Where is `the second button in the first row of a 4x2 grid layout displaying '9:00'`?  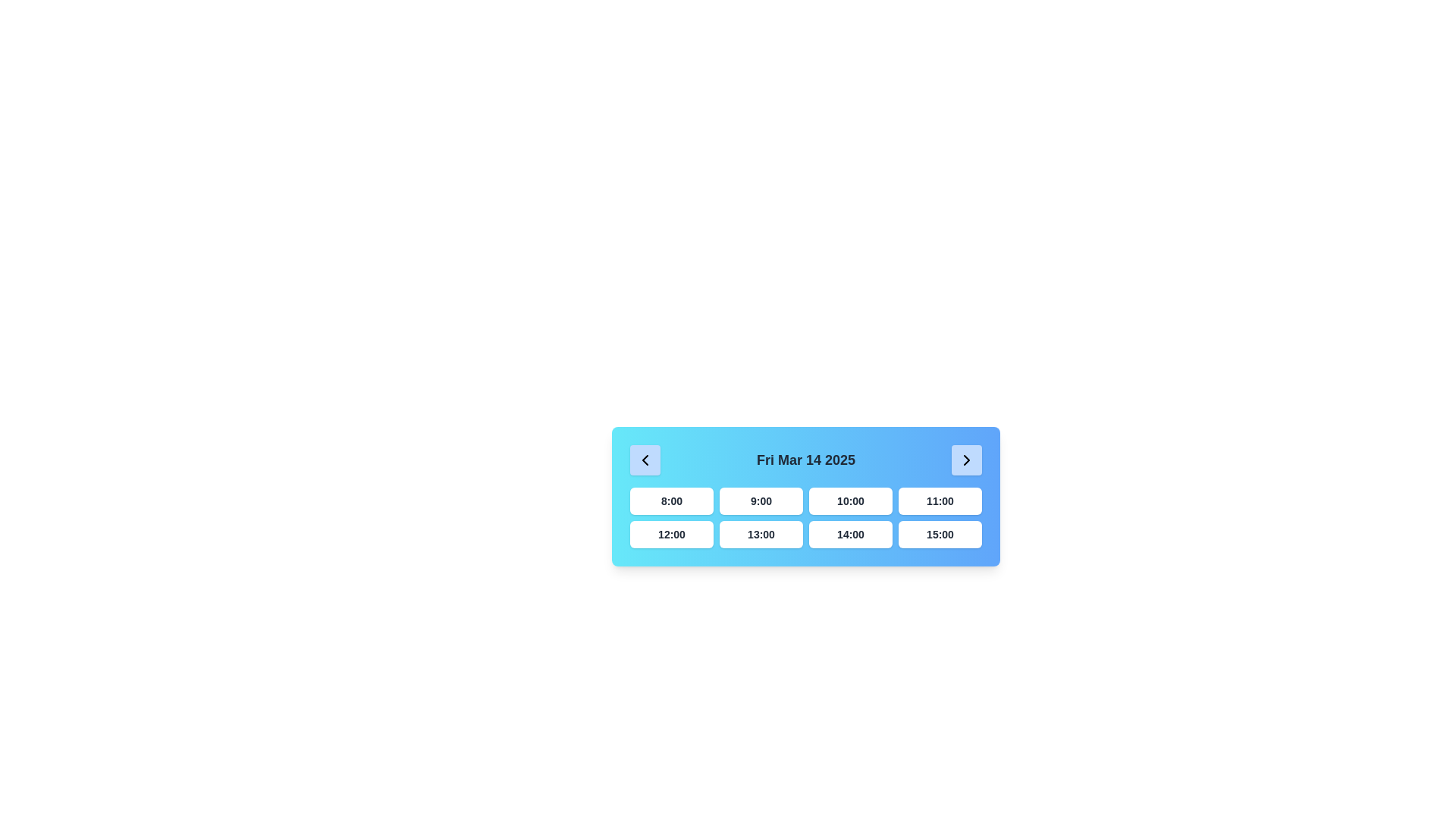 the second button in the first row of a 4x2 grid layout displaying '9:00' is located at coordinates (761, 500).